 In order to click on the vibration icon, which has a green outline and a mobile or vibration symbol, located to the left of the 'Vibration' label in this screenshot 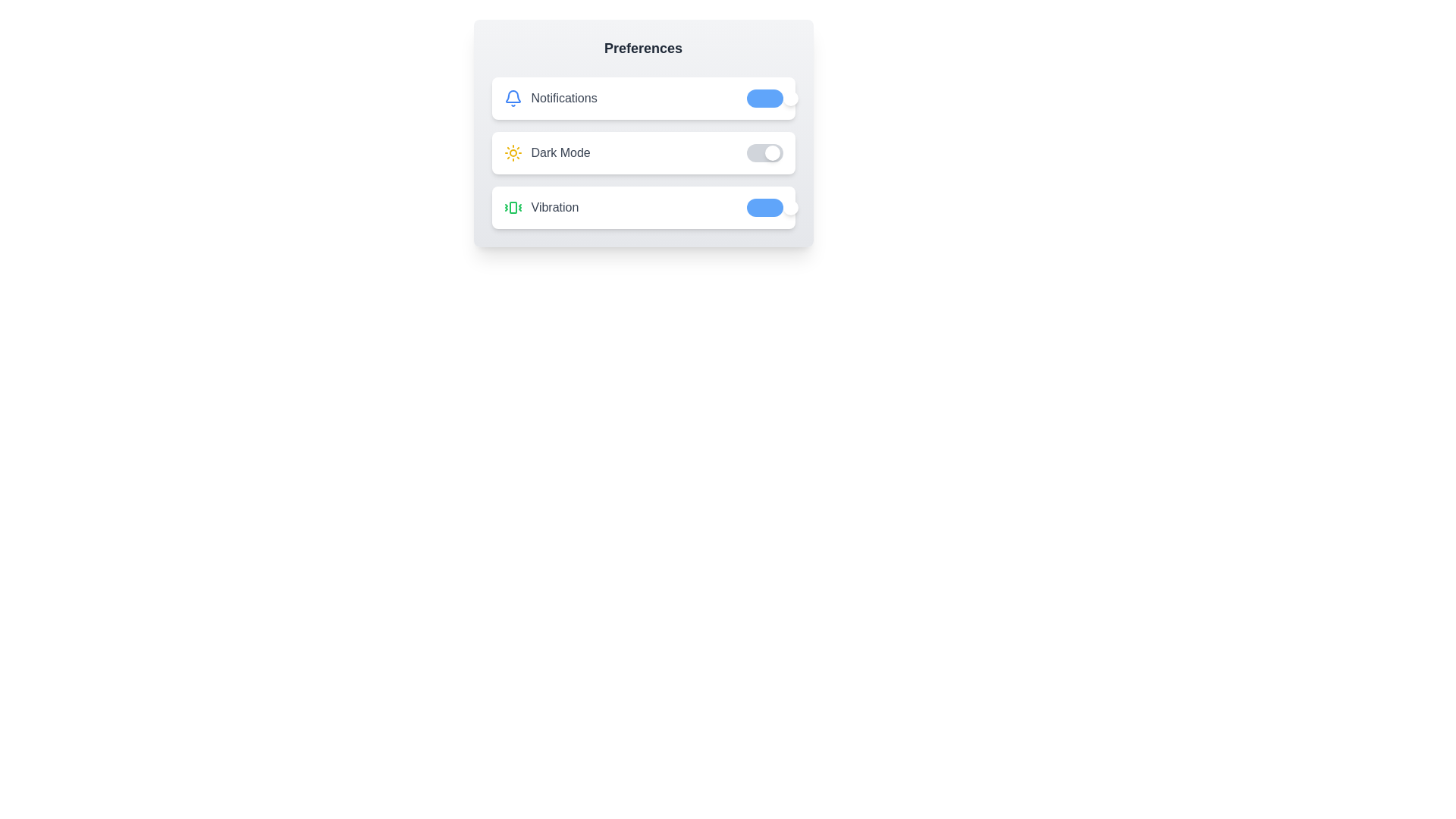, I will do `click(513, 207)`.